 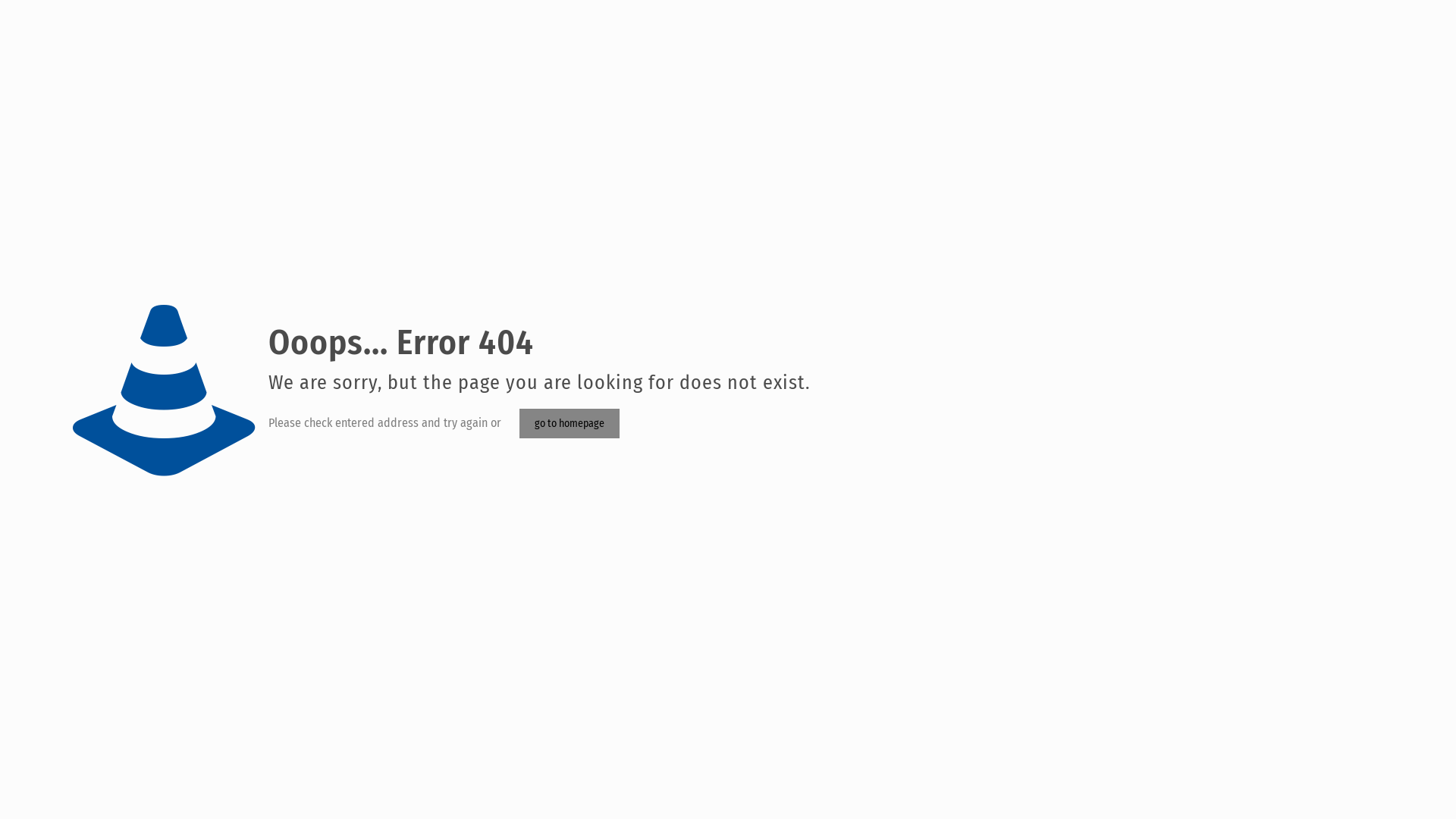 What do you see at coordinates (568, 423) in the screenshot?
I see `'go to homepage'` at bounding box center [568, 423].